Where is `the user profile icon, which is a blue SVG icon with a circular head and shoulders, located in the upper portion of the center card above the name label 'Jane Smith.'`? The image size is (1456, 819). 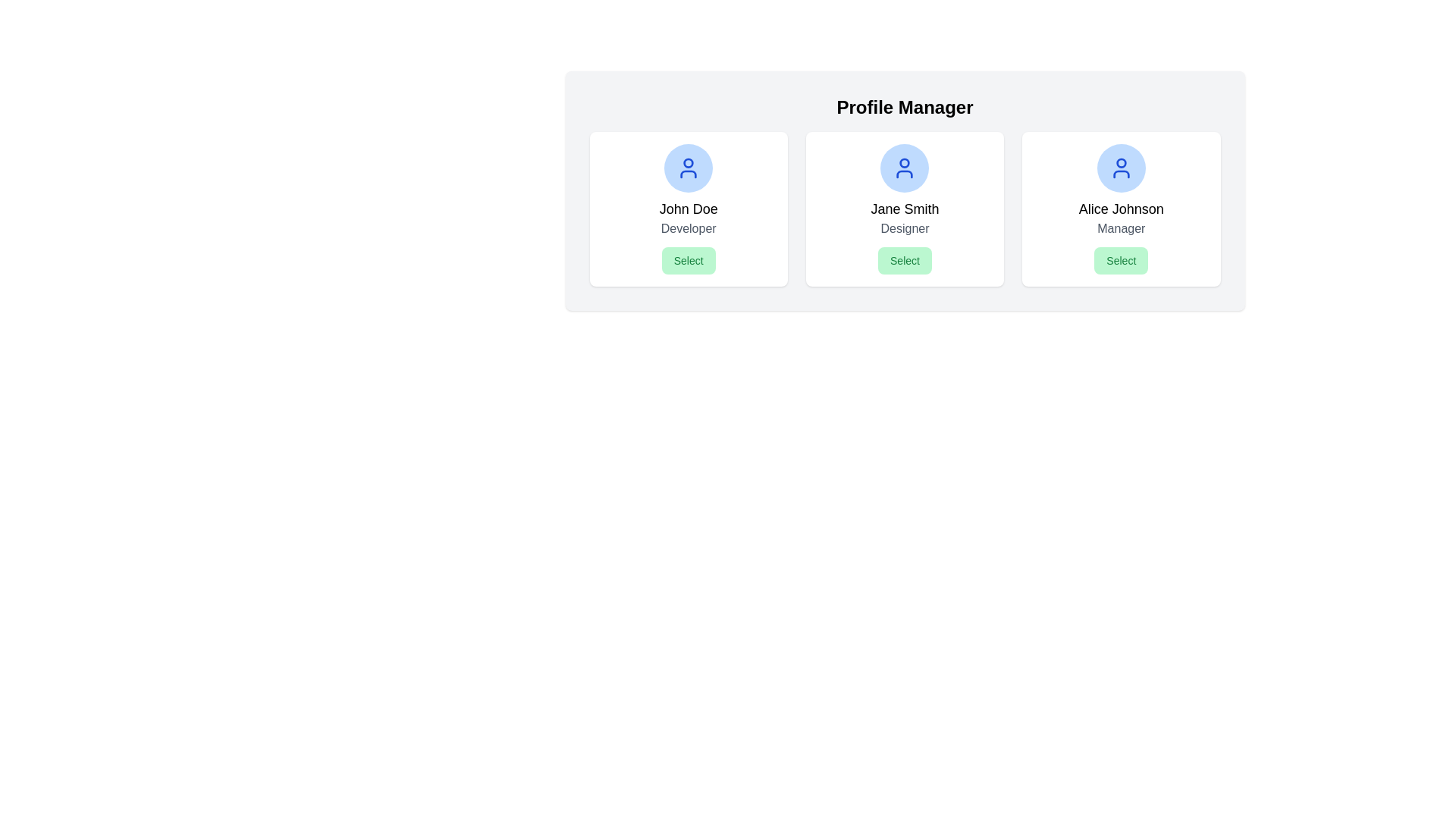
the user profile icon, which is a blue SVG icon with a circular head and shoulders, located in the upper portion of the center card above the name label 'Jane Smith.' is located at coordinates (905, 168).